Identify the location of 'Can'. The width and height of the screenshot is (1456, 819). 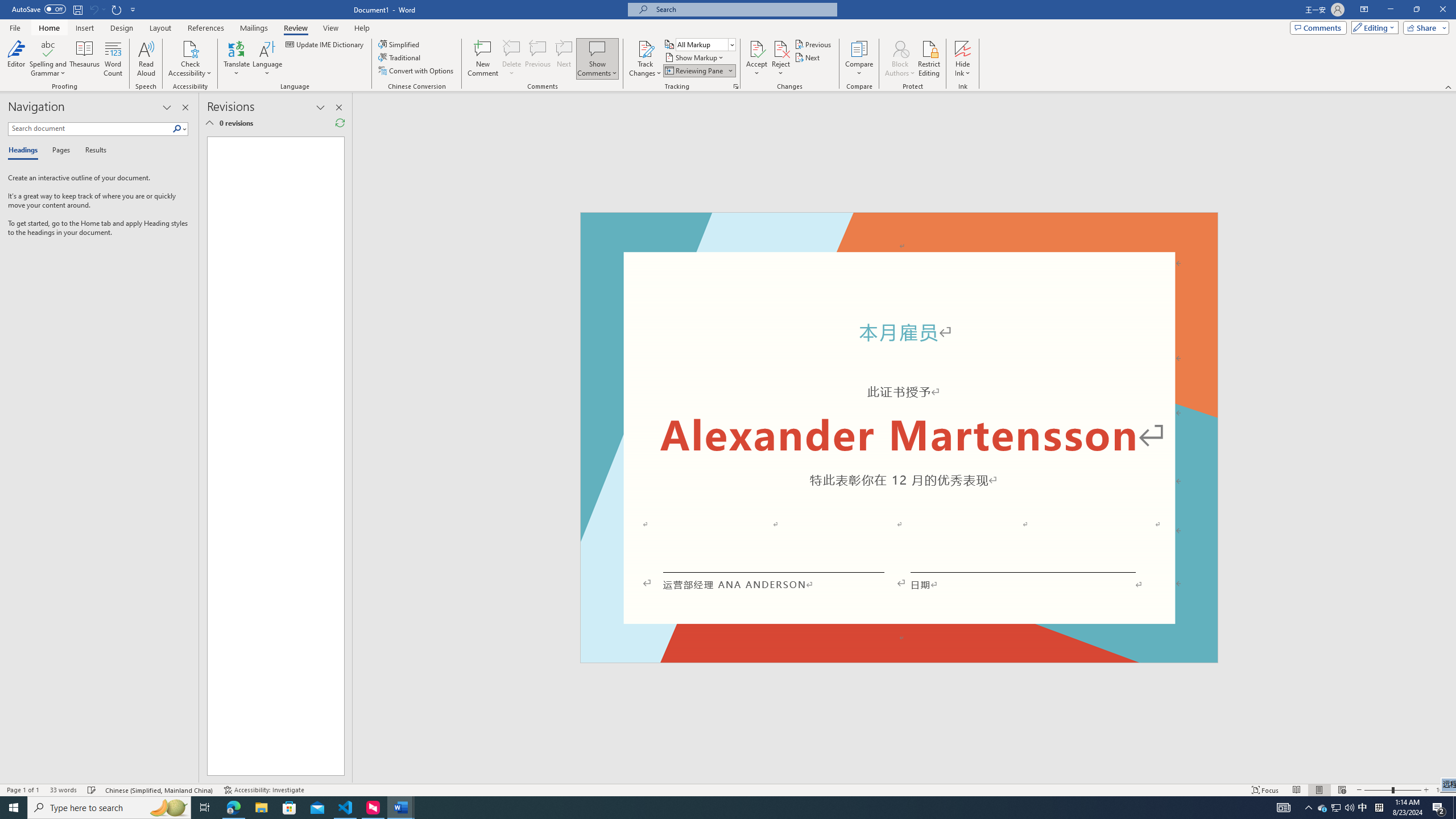
(97, 9).